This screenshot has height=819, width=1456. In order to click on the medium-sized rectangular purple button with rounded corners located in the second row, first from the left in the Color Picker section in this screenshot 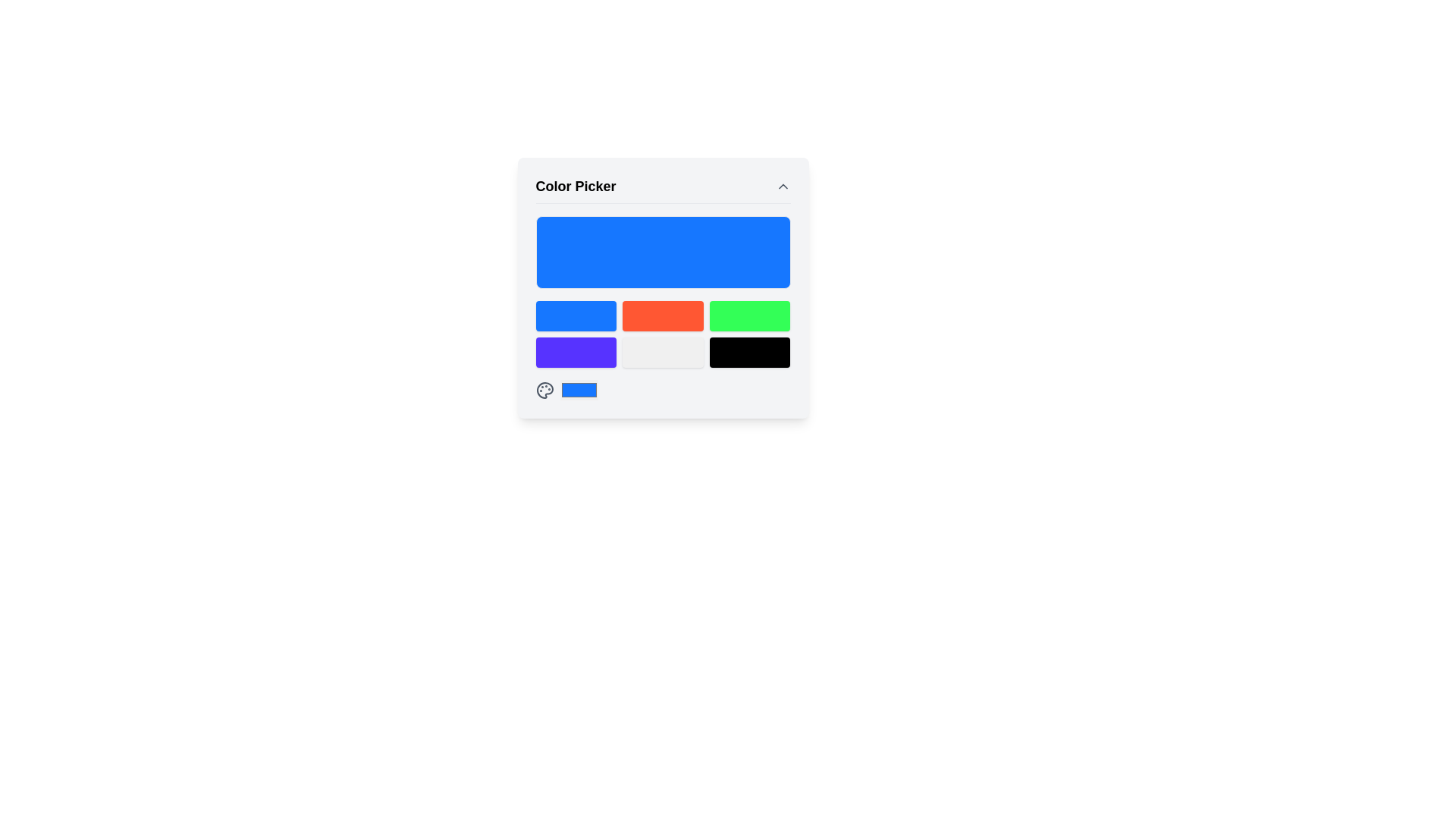, I will do `click(575, 353)`.